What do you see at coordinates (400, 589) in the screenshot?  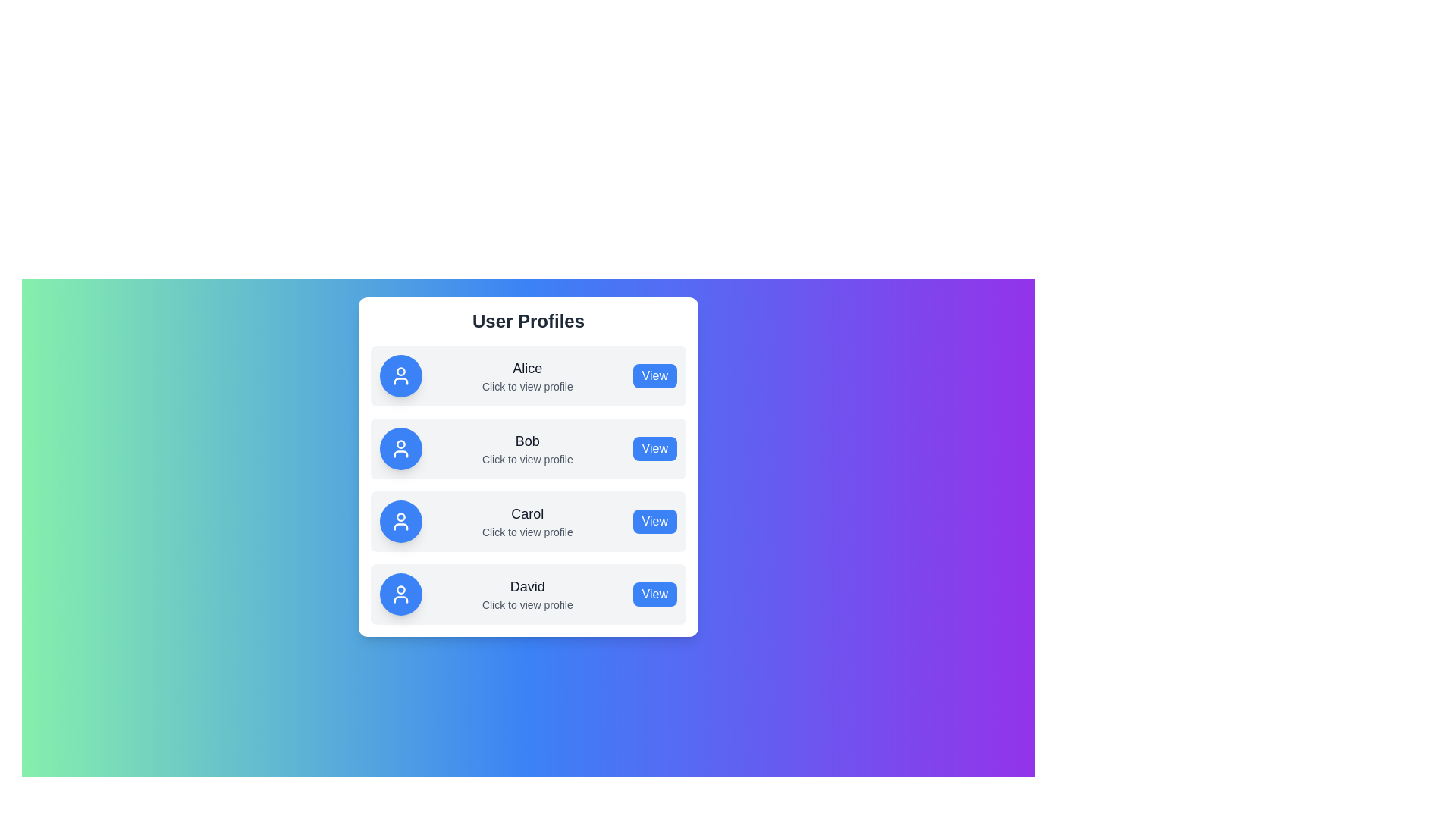 I see `the decorative circular graphic element that forms part of the user icon for the fourth user profile of 'David'` at bounding box center [400, 589].